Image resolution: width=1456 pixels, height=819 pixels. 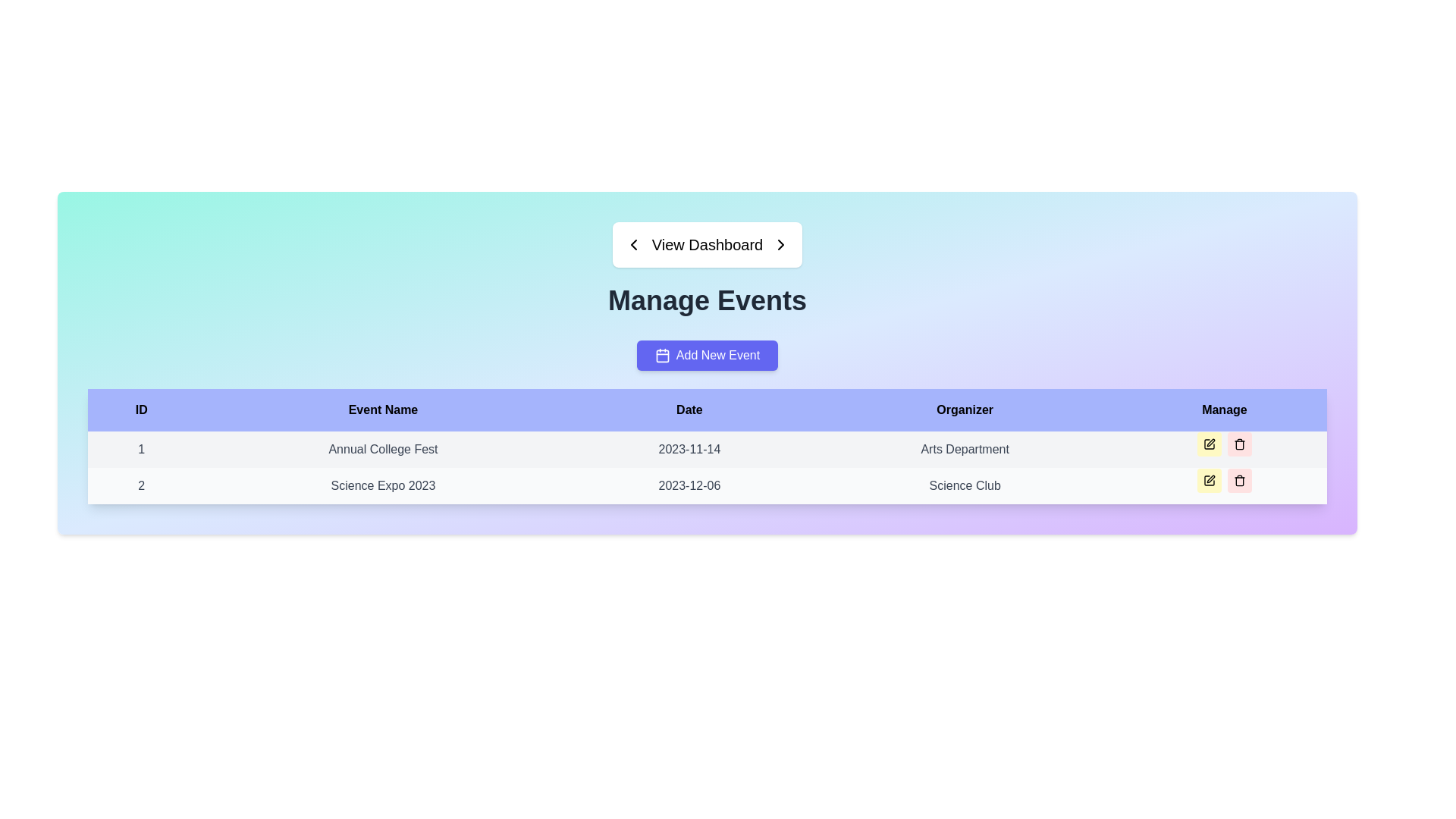 What do you see at coordinates (706, 356) in the screenshot?
I see `the indigo-colored button labeled 'Add New Event' with a calendar icon, located below the 'Manage Events' heading` at bounding box center [706, 356].